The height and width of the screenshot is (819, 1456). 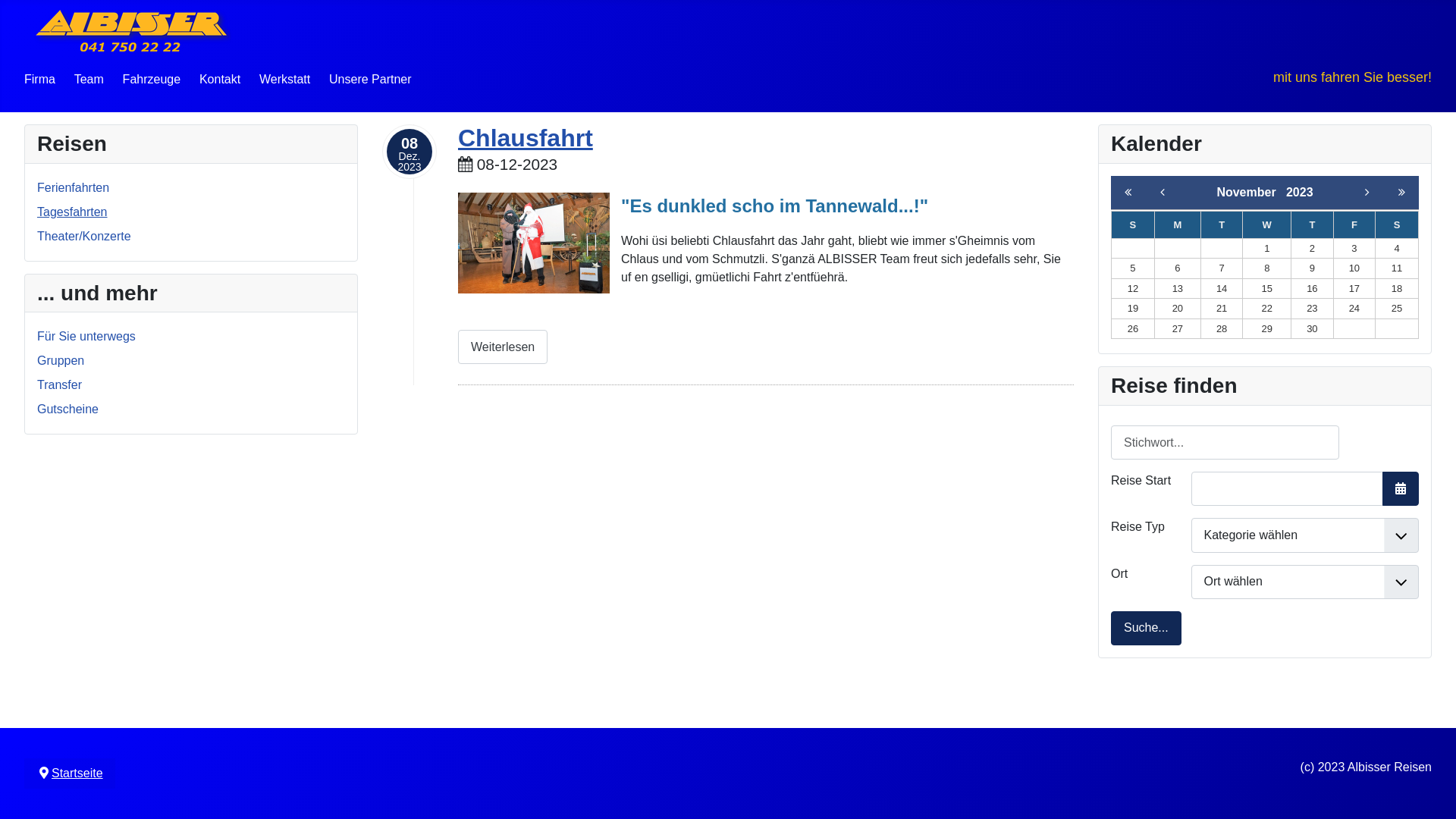 What do you see at coordinates (88, 79) in the screenshot?
I see `'Team'` at bounding box center [88, 79].